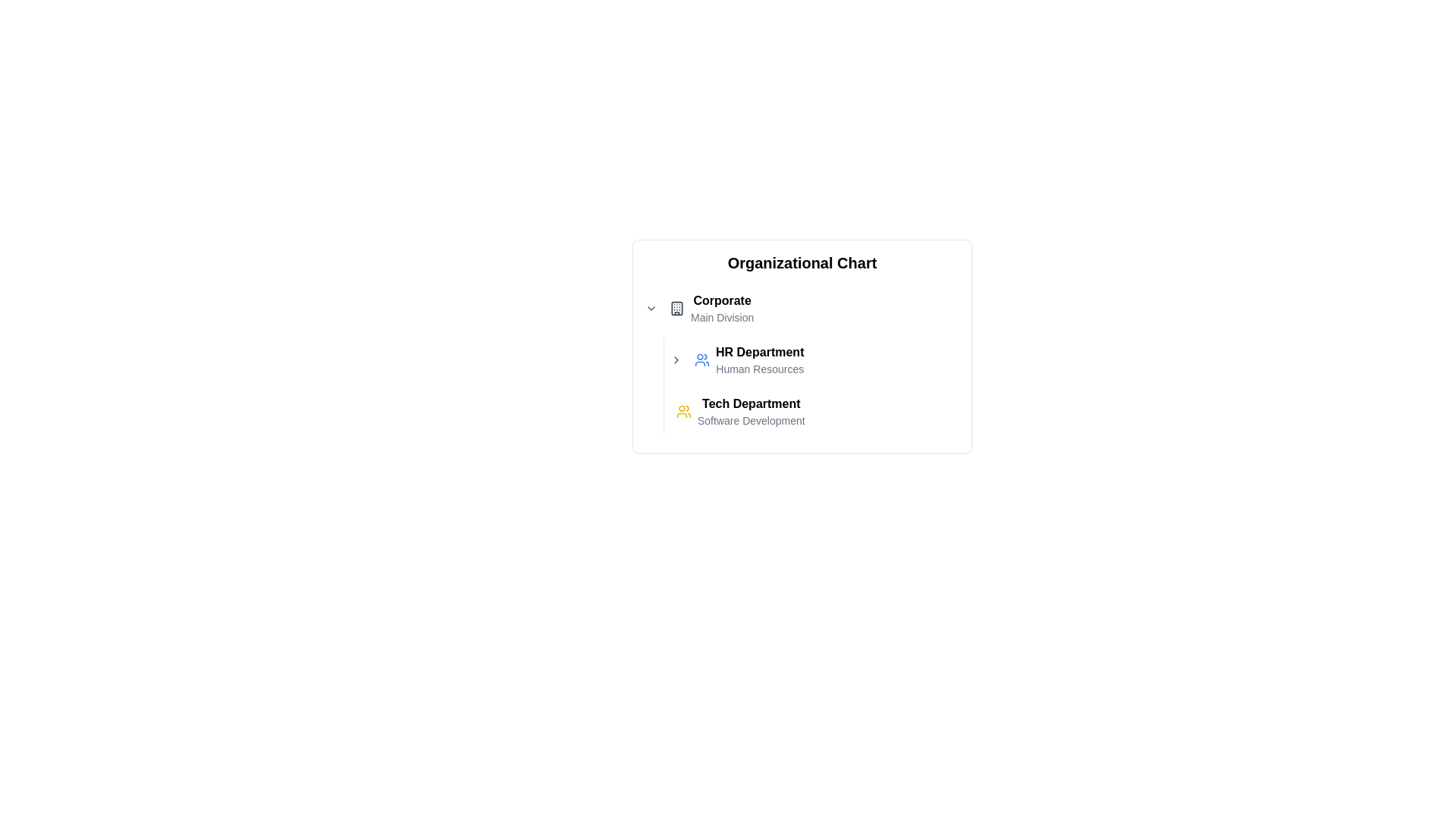 The image size is (1456, 819). Describe the element at coordinates (683, 412) in the screenshot. I see `the small yellow icon resembling a group of people, located to the left of the 'Tech Department' text label` at that location.